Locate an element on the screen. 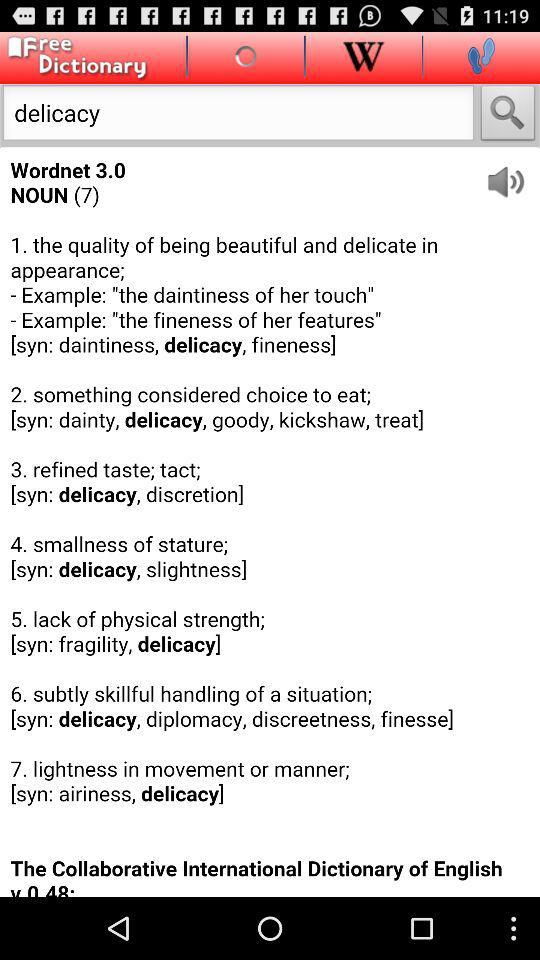 Image resolution: width=540 pixels, height=960 pixels. dictionary is located at coordinates (73, 57).